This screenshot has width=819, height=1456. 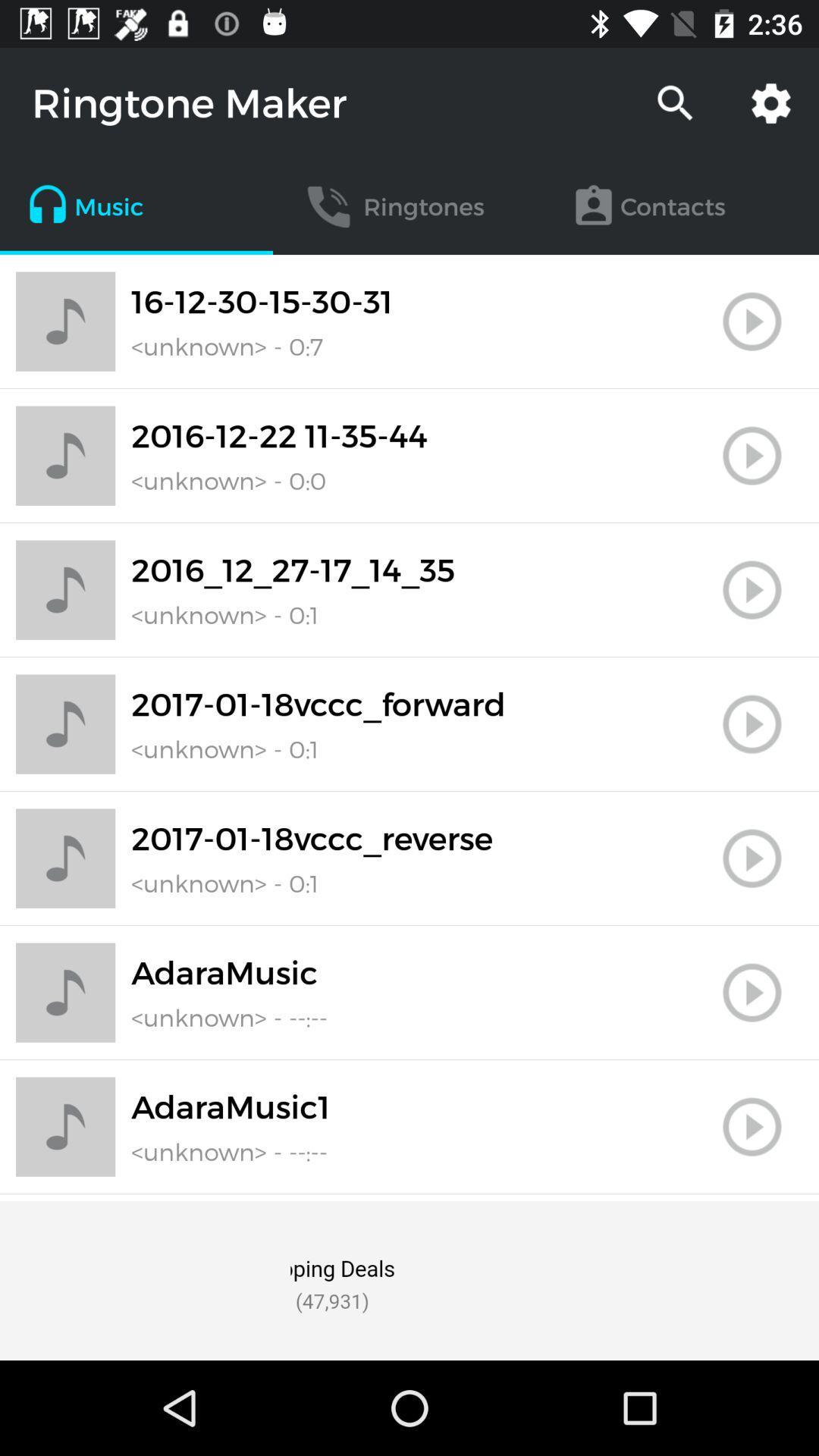 What do you see at coordinates (752, 321) in the screenshot?
I see `ringtone` at bounding box center [752, 321].